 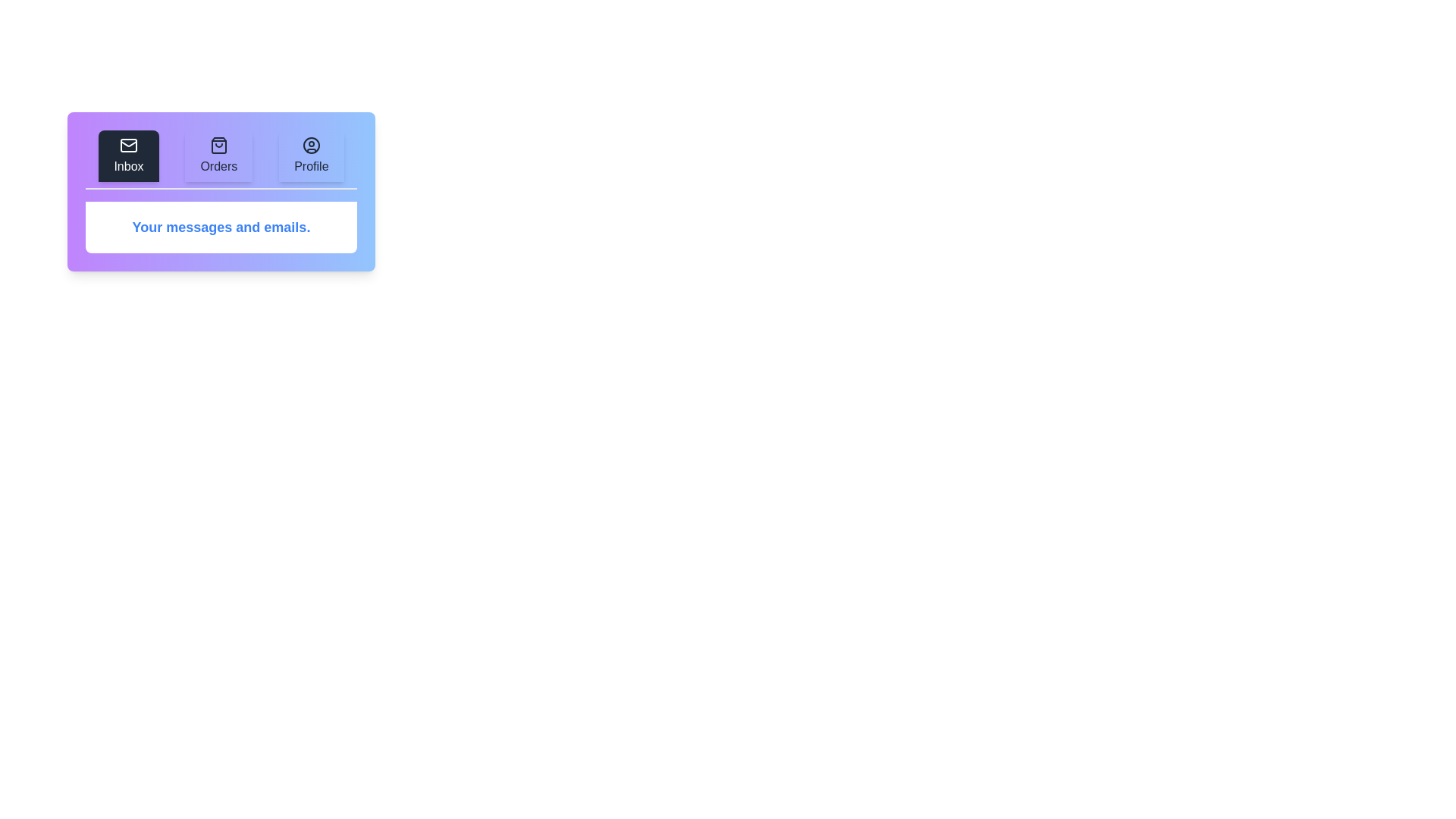 What do you see at coordinates (128, 155) in the screenshot?
I see `the tab labeled Inbox to observe its hover effect` at bounding box center [128, 155].